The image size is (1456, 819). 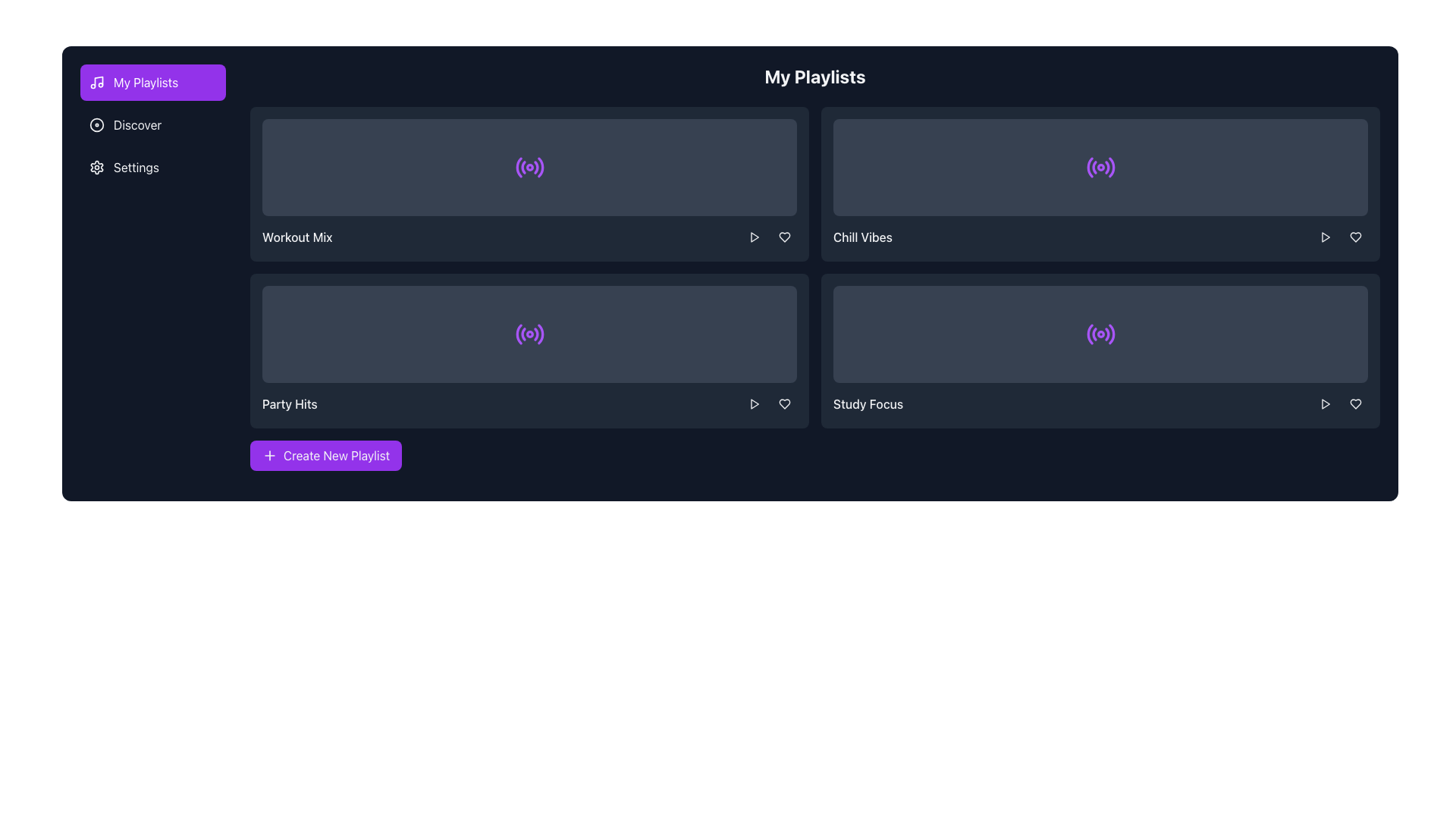 What do you see at coordinates (96, 167) in the screenshot?
I see `the settings icon located in the left sidebar, adjacent to the 'Settings' label` at bounding box center [96, 167].